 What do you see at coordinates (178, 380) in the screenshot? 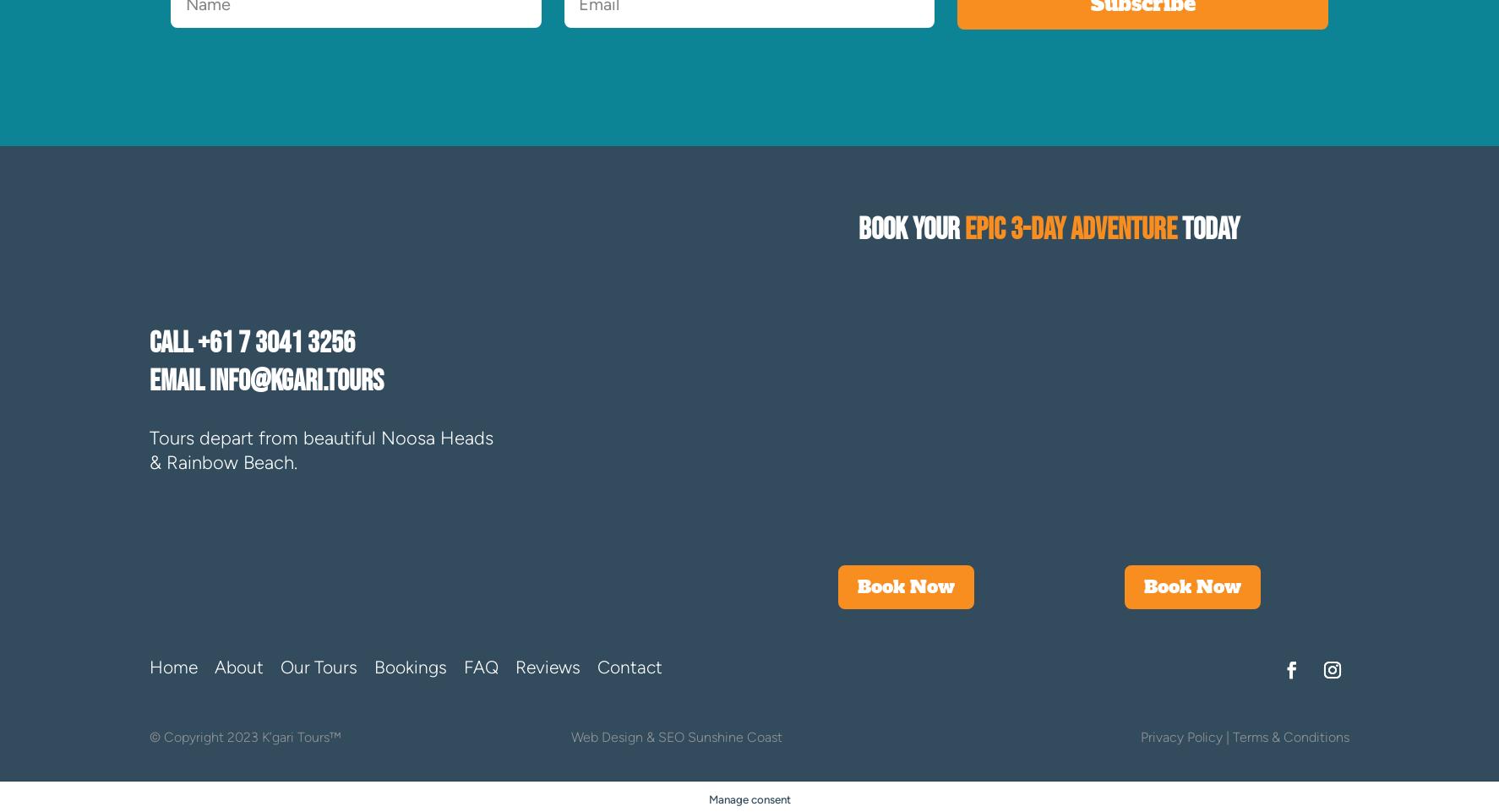
I see `'EMAIL'` at bounding box center [178, 380].